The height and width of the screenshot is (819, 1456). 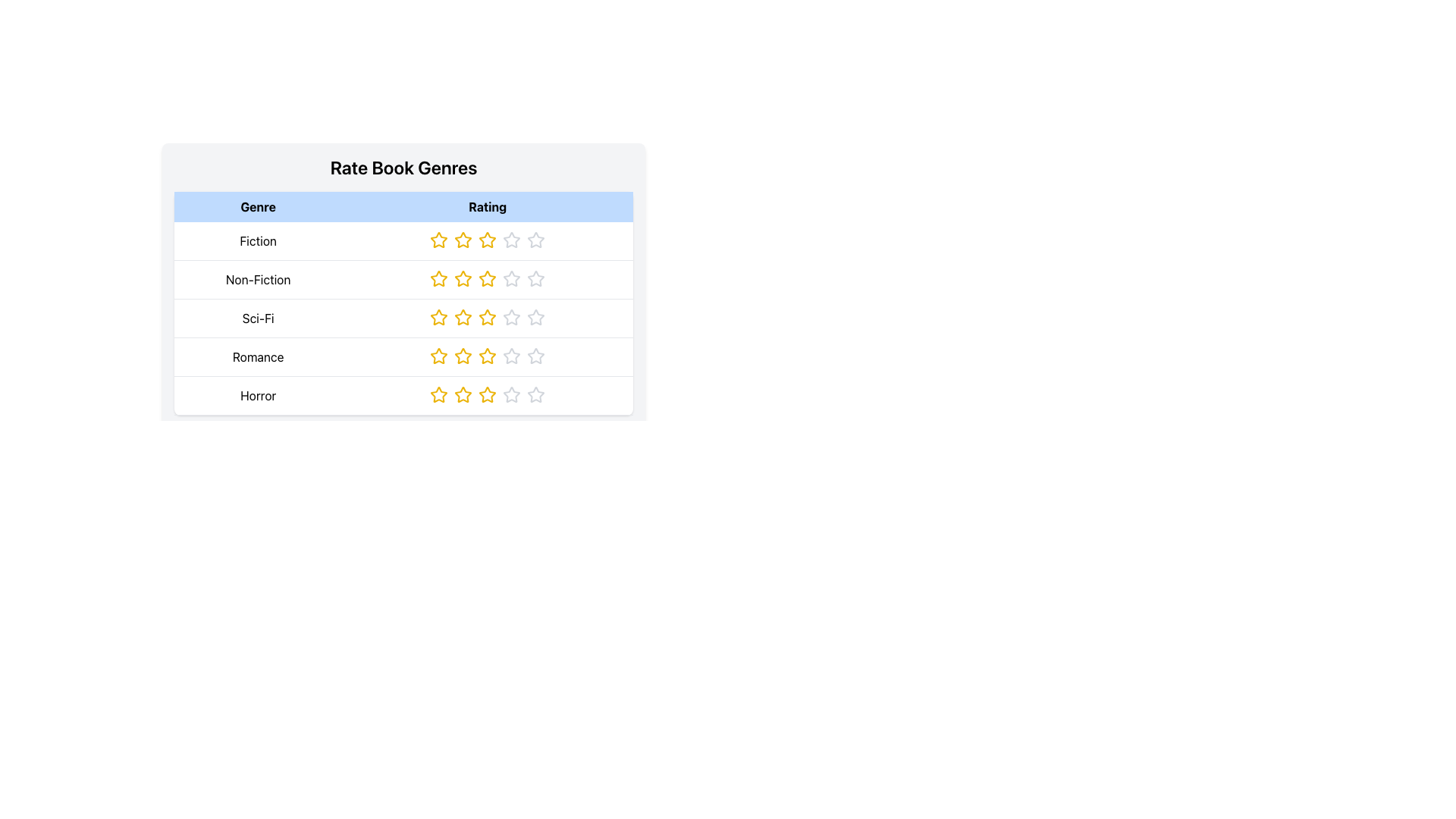 I want to click on the fifth gray star icon used for rating in the Horror genre, located at the bottom of the table, so click(x=512, y=394).